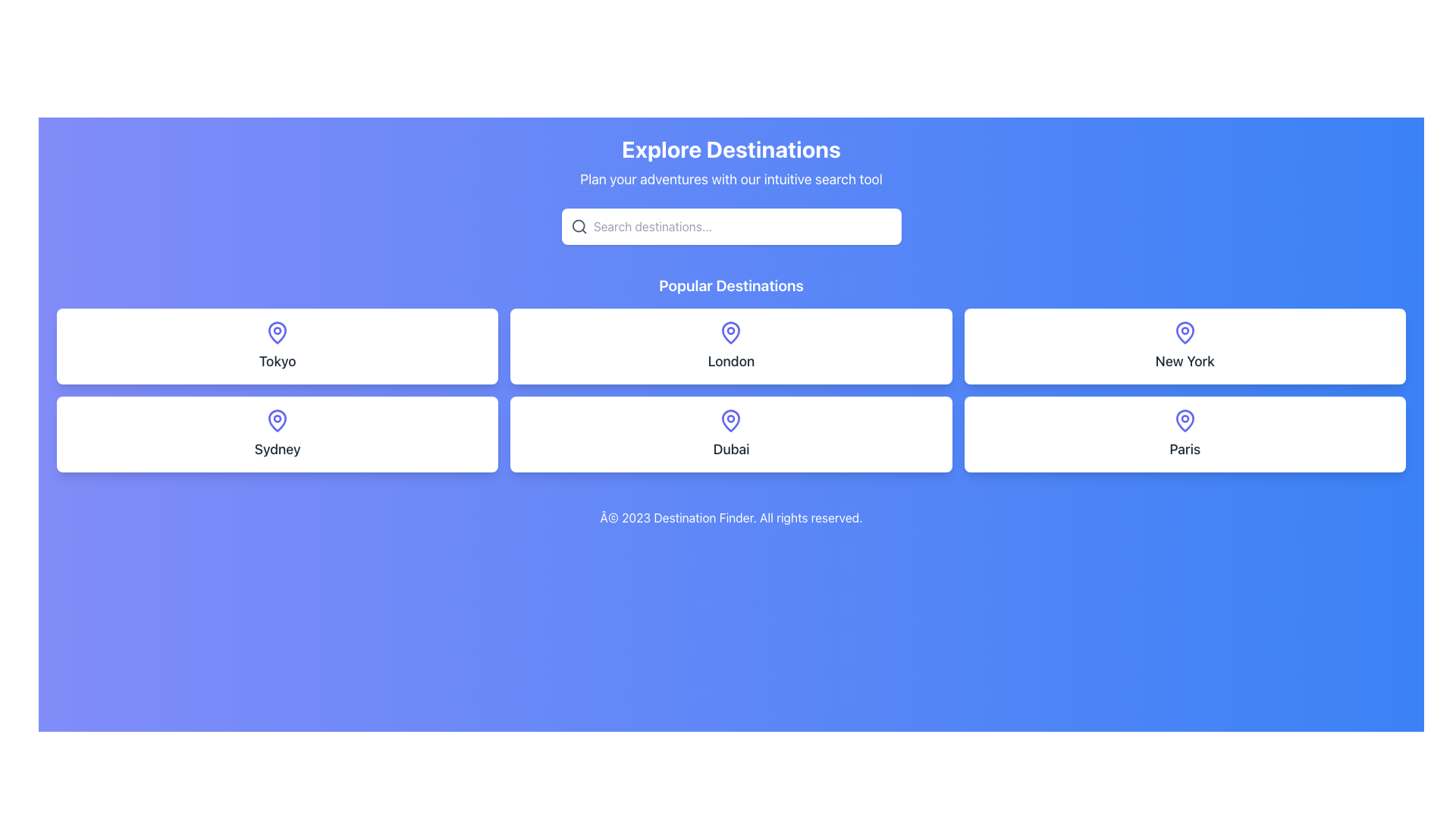  I want to click on the map pin icon representing the city of Tokyo, located in the first card of the 'Popular Destinations' section, so click(278, 332).